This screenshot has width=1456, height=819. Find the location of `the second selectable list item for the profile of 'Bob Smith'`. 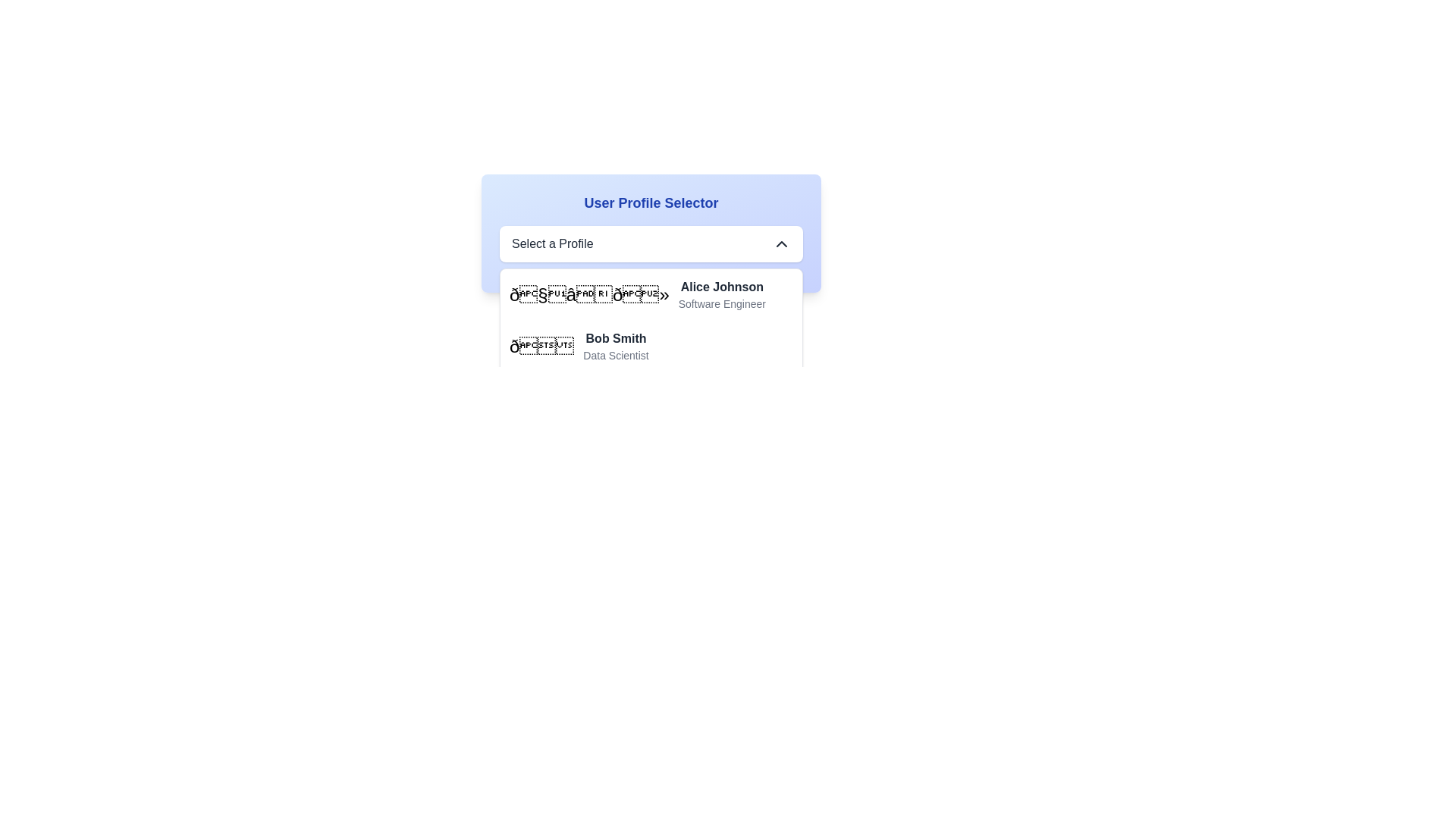

the second selectable list item for the profile of 'Bob Smith' is located at coordinates (651, 346).